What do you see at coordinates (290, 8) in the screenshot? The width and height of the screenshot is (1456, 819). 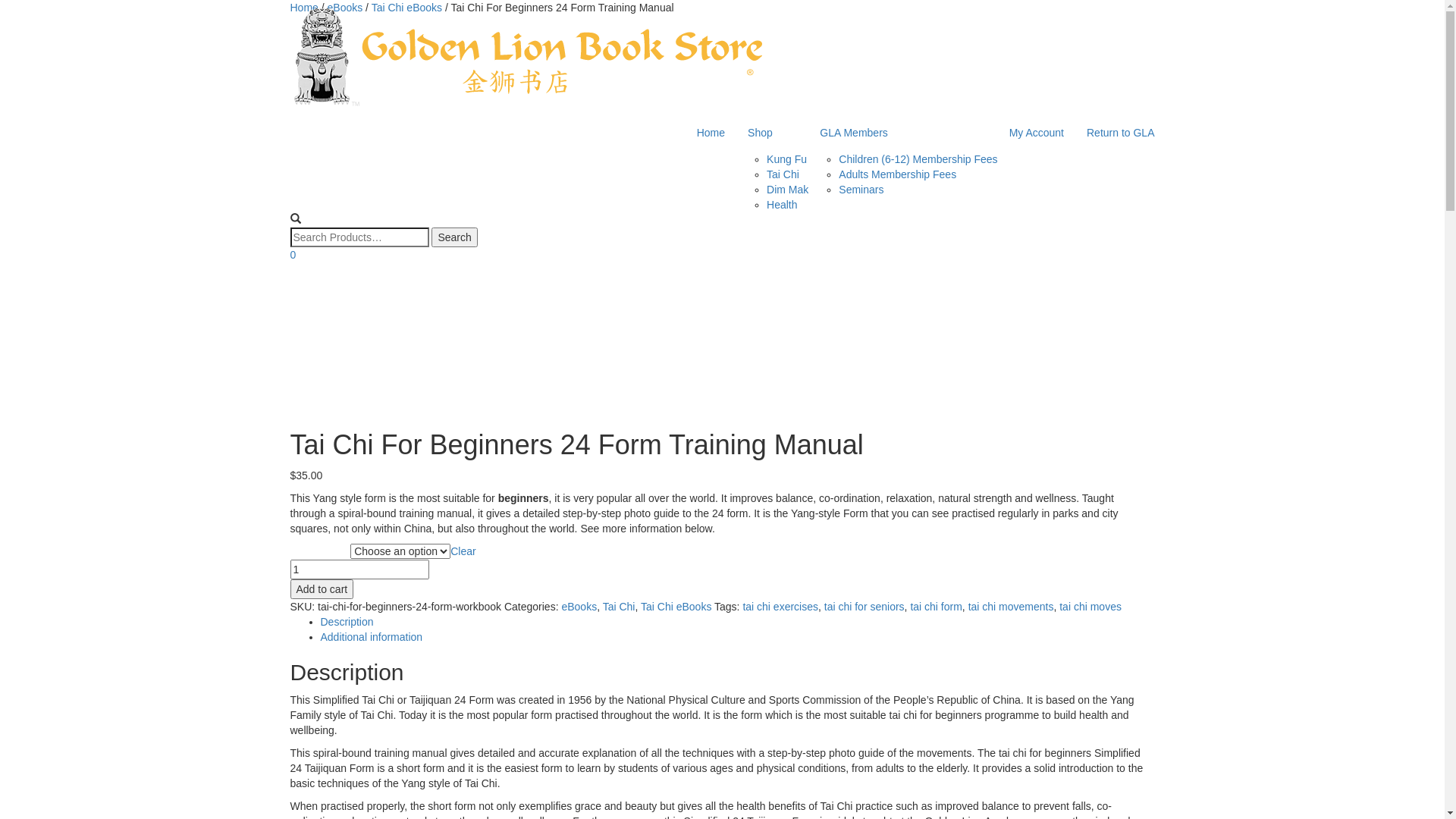 I see `'Home'` at bounding box center [290, 8].